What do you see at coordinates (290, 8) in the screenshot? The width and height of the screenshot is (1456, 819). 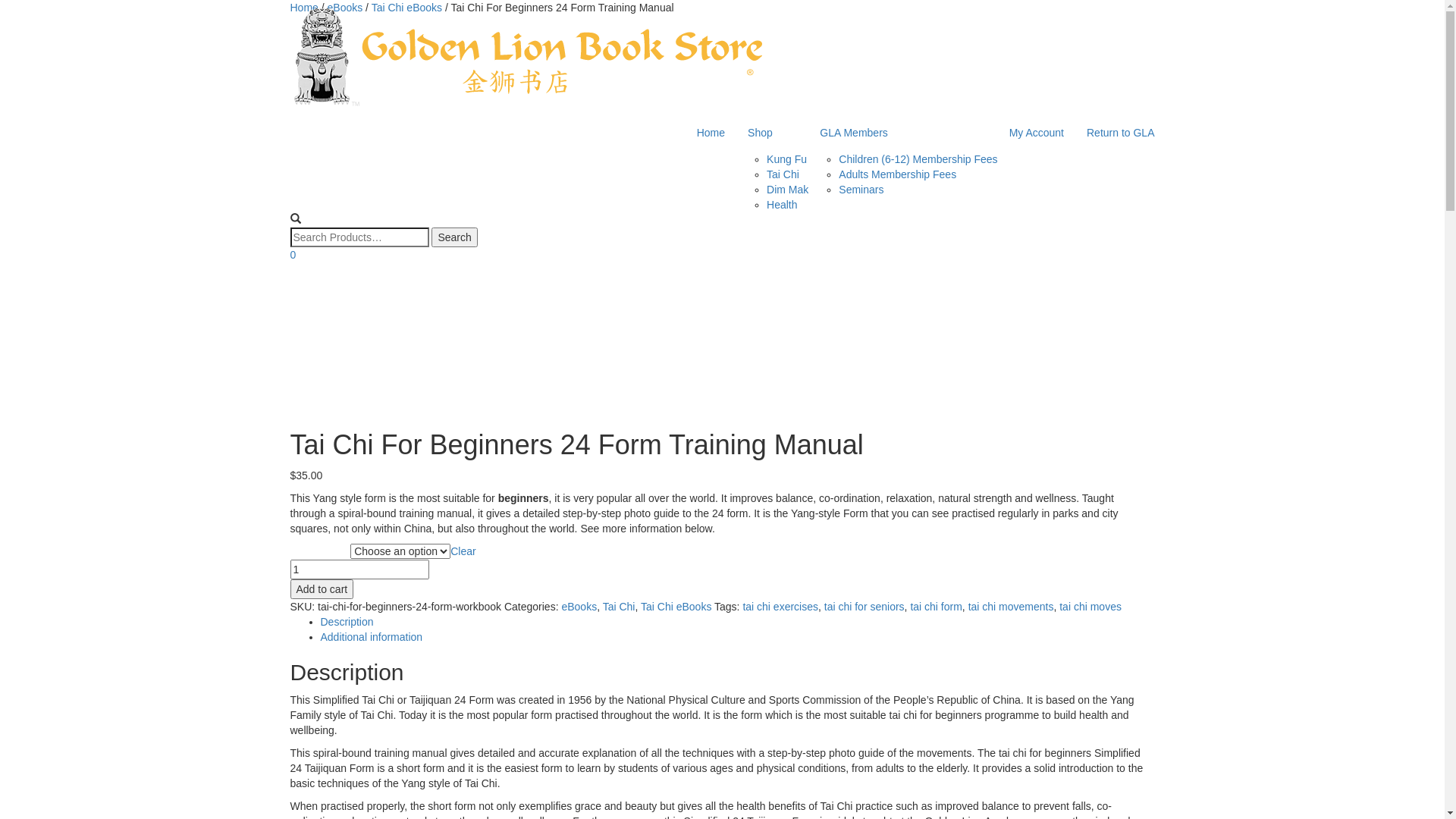 I see `'Home'` at bounding box center [290, 8].